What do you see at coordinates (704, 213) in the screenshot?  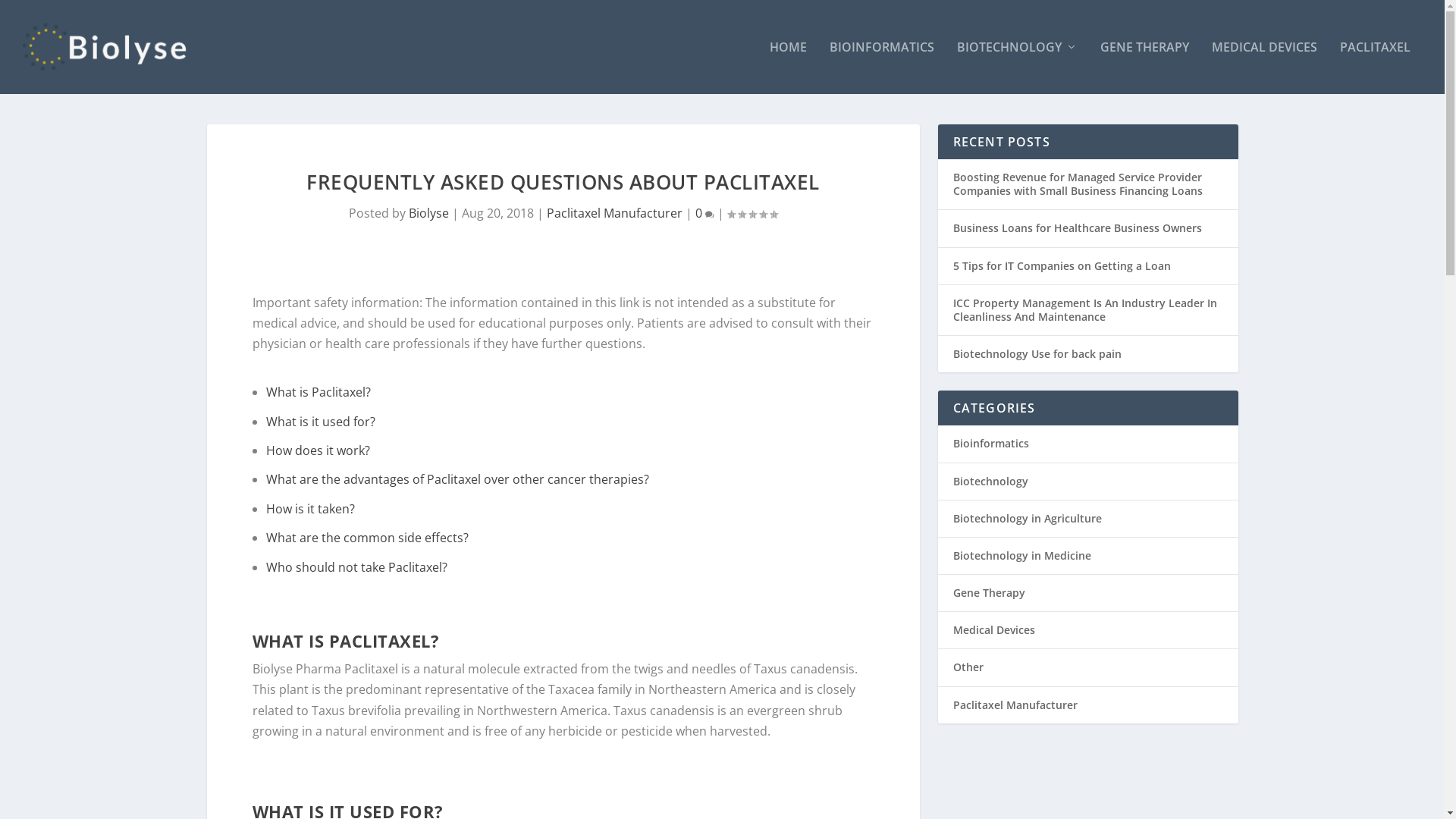 I see `'0'` at bounding box center [704, 213].